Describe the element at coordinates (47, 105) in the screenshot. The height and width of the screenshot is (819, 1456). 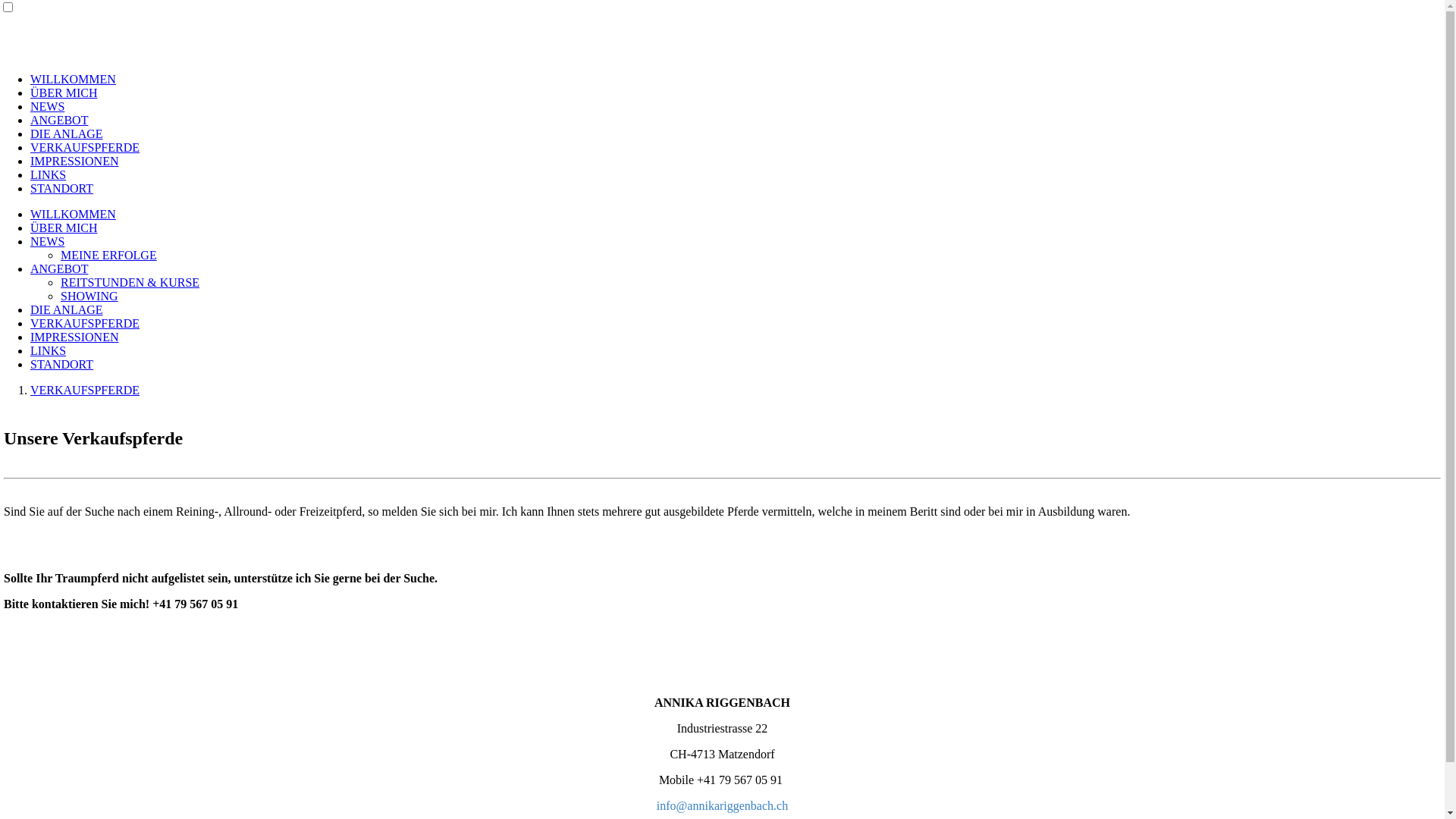
I see `'NEWS'` at that location.